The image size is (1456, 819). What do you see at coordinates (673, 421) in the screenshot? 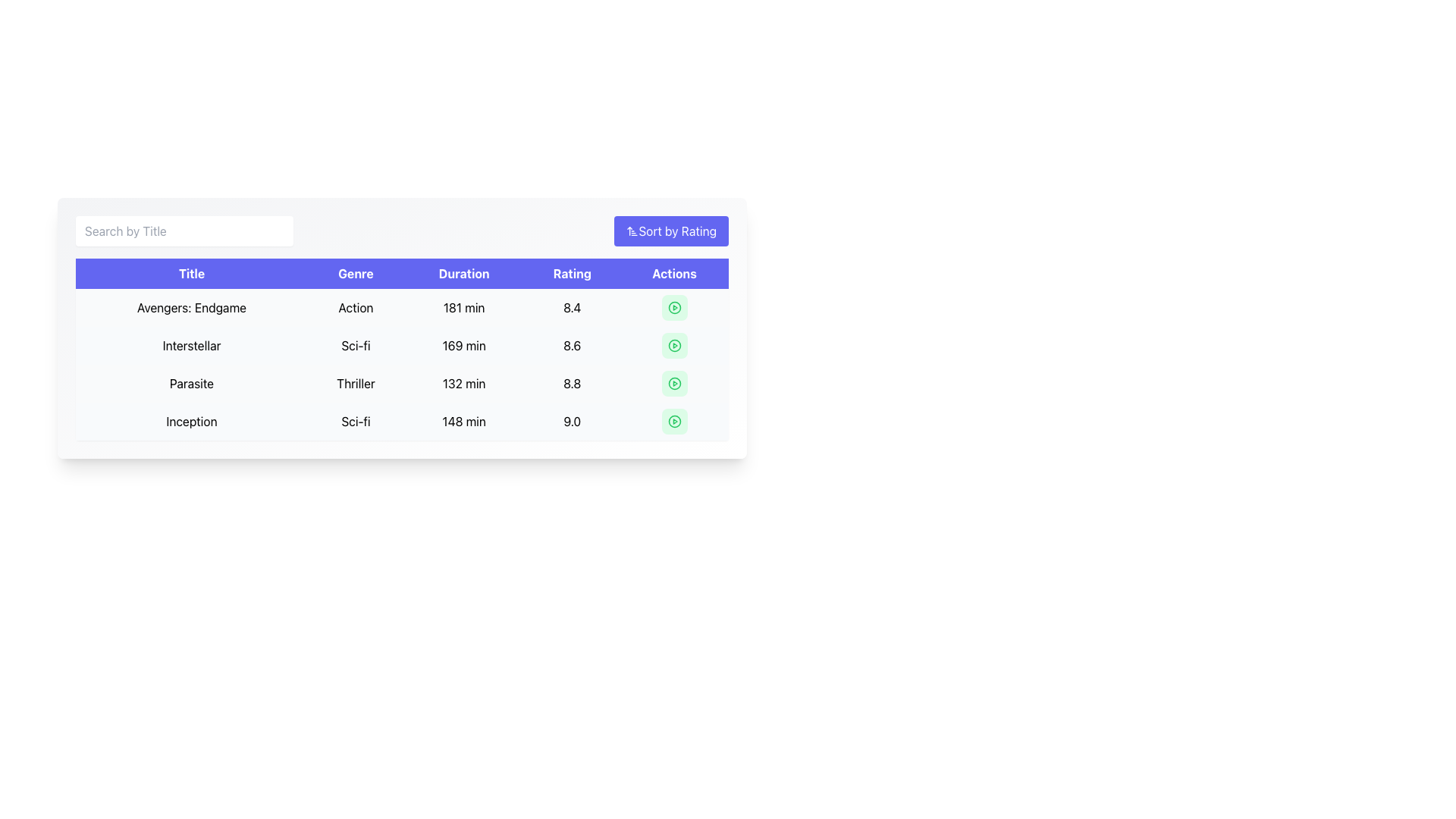
I see `the circular sub-component of the play button icon with a green border and red fill in the 'Actions' column corresponding to the movie 'Inception'` at bounding box center [673, 421].